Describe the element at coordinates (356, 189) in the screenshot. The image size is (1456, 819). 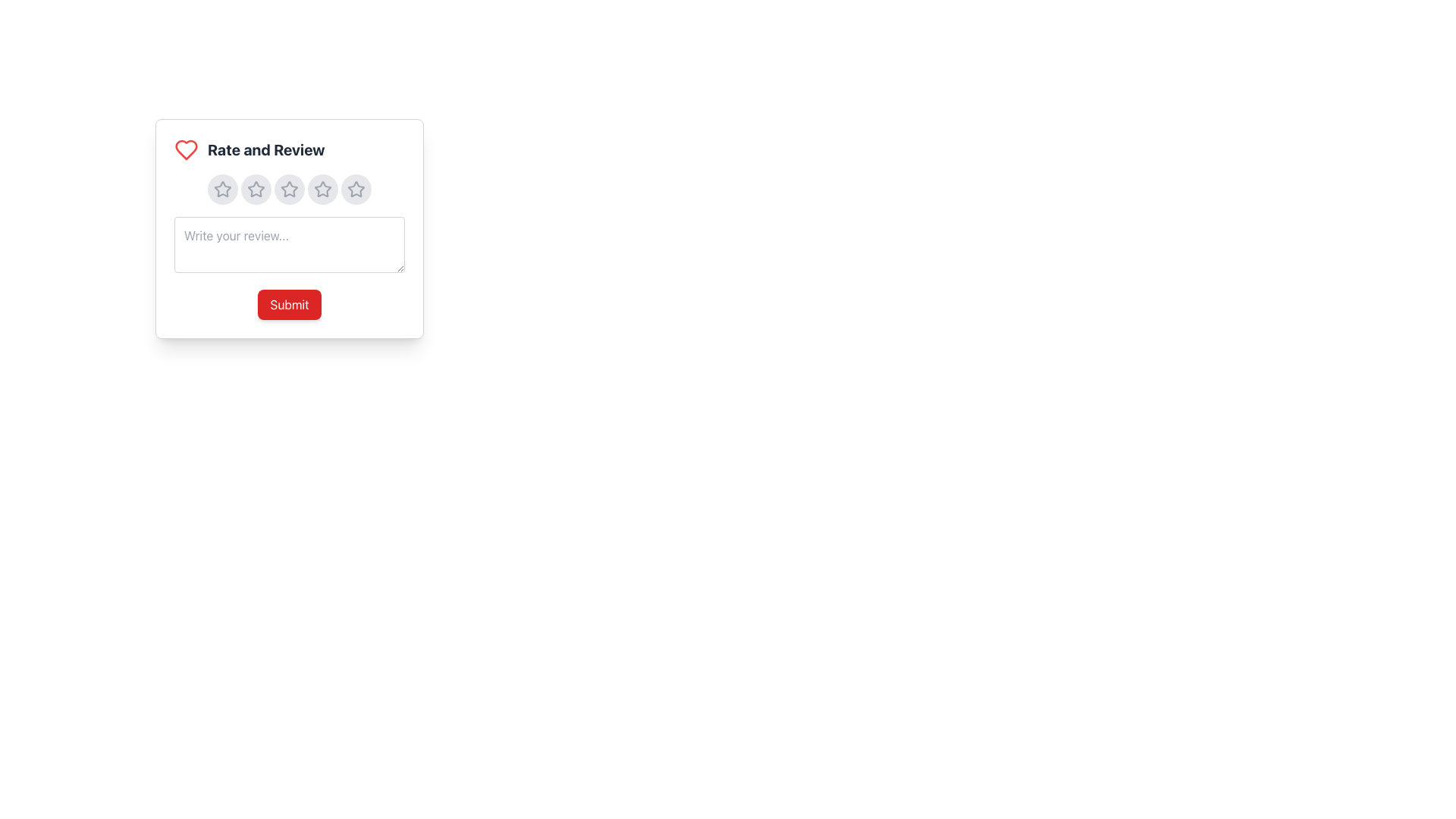
I see `the fifth rating star icon, which is a circular icon with a pale gray background and an outlined hollow star symbol` at that location.